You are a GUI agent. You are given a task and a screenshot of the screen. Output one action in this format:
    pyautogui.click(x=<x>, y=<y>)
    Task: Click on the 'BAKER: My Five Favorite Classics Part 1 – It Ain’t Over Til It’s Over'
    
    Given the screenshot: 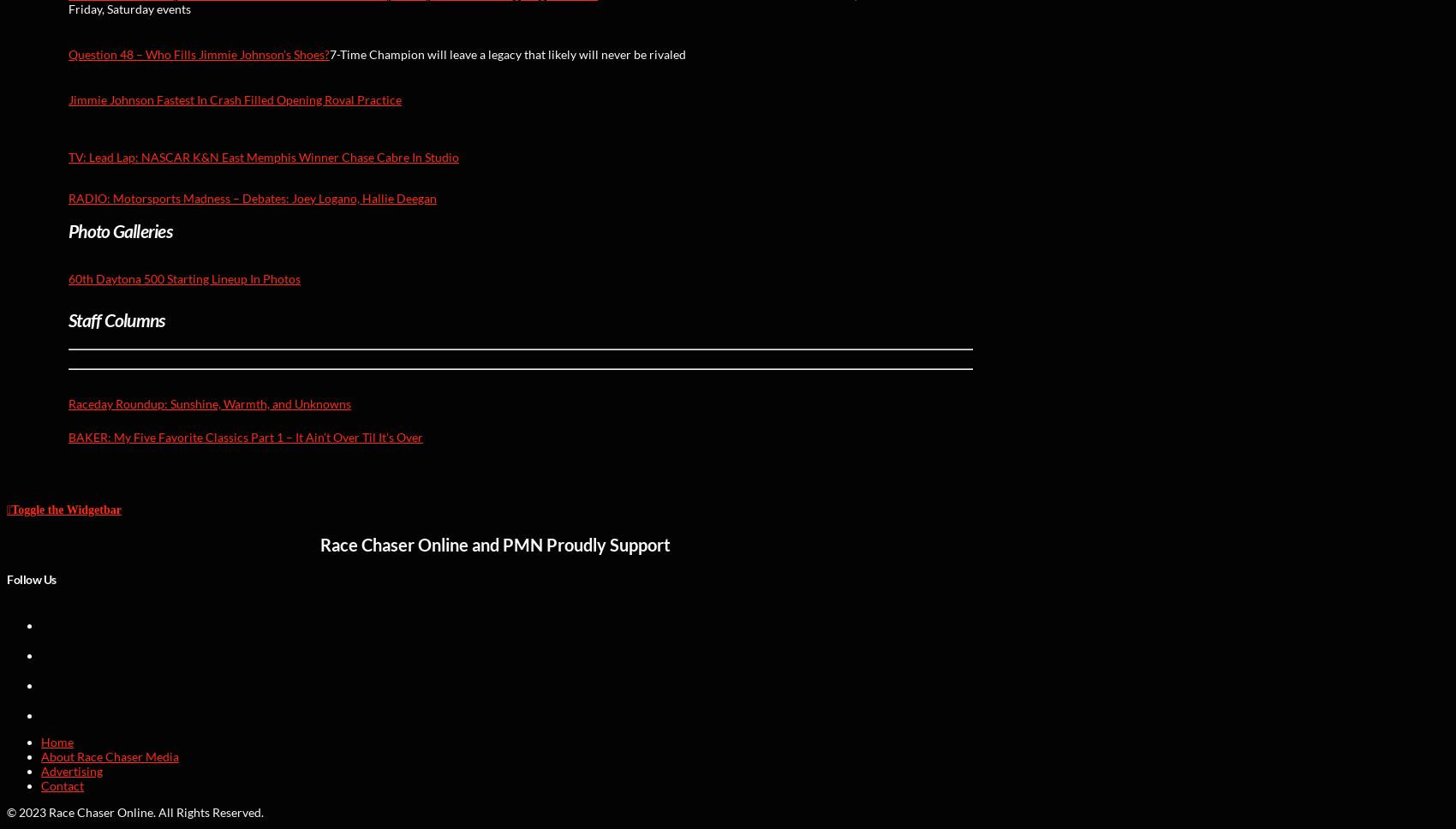 What is the action you would take?
    pyautogui.click(x=245, y=437)
    